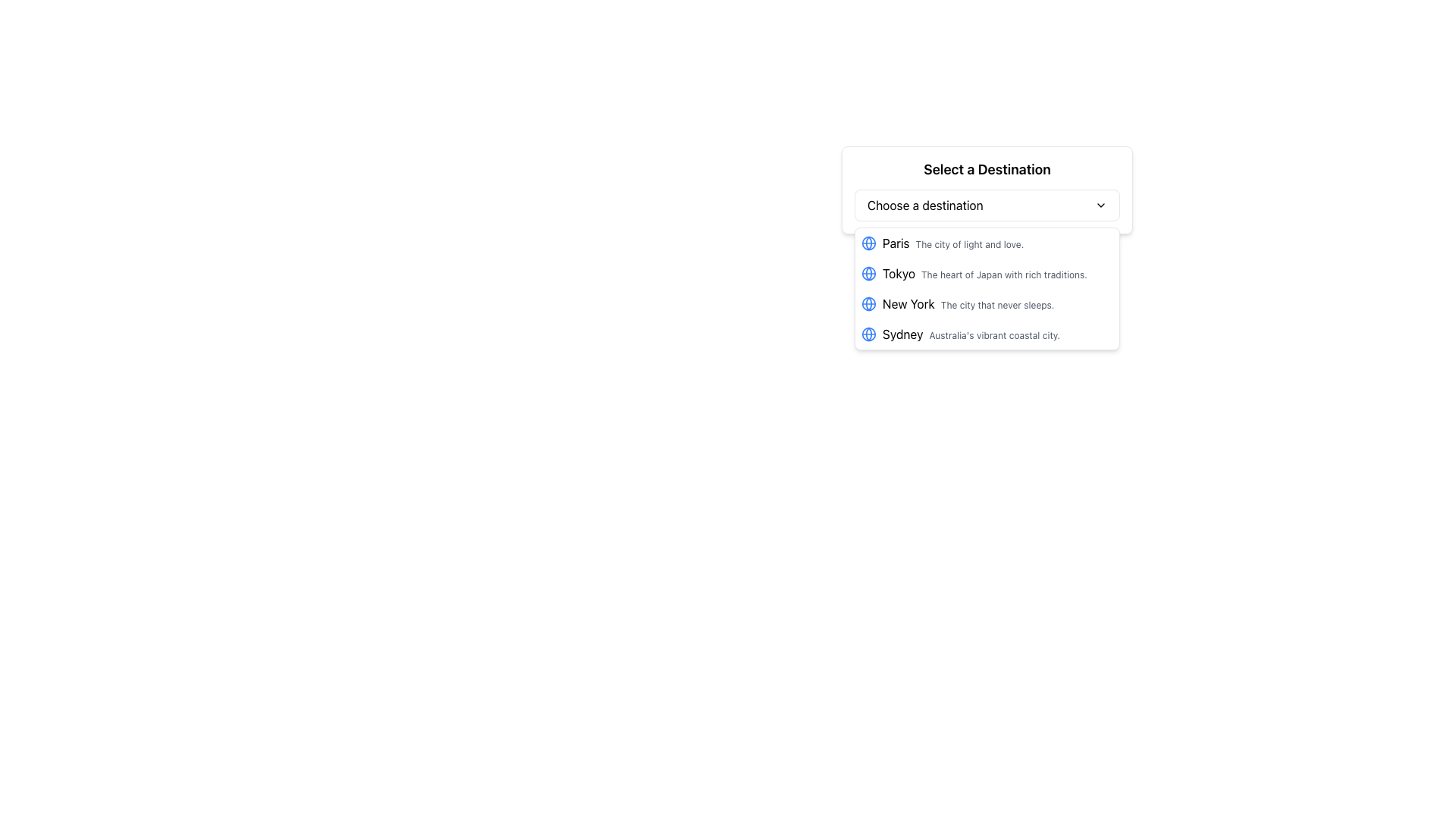  Describe the element at coordinates (869, 242) in the screenshot. I see `the globe icon styled in blue, which is the first icon to the left of the text label 'Paris' in the dropdown option list under 'Select a Destination'` at that location.